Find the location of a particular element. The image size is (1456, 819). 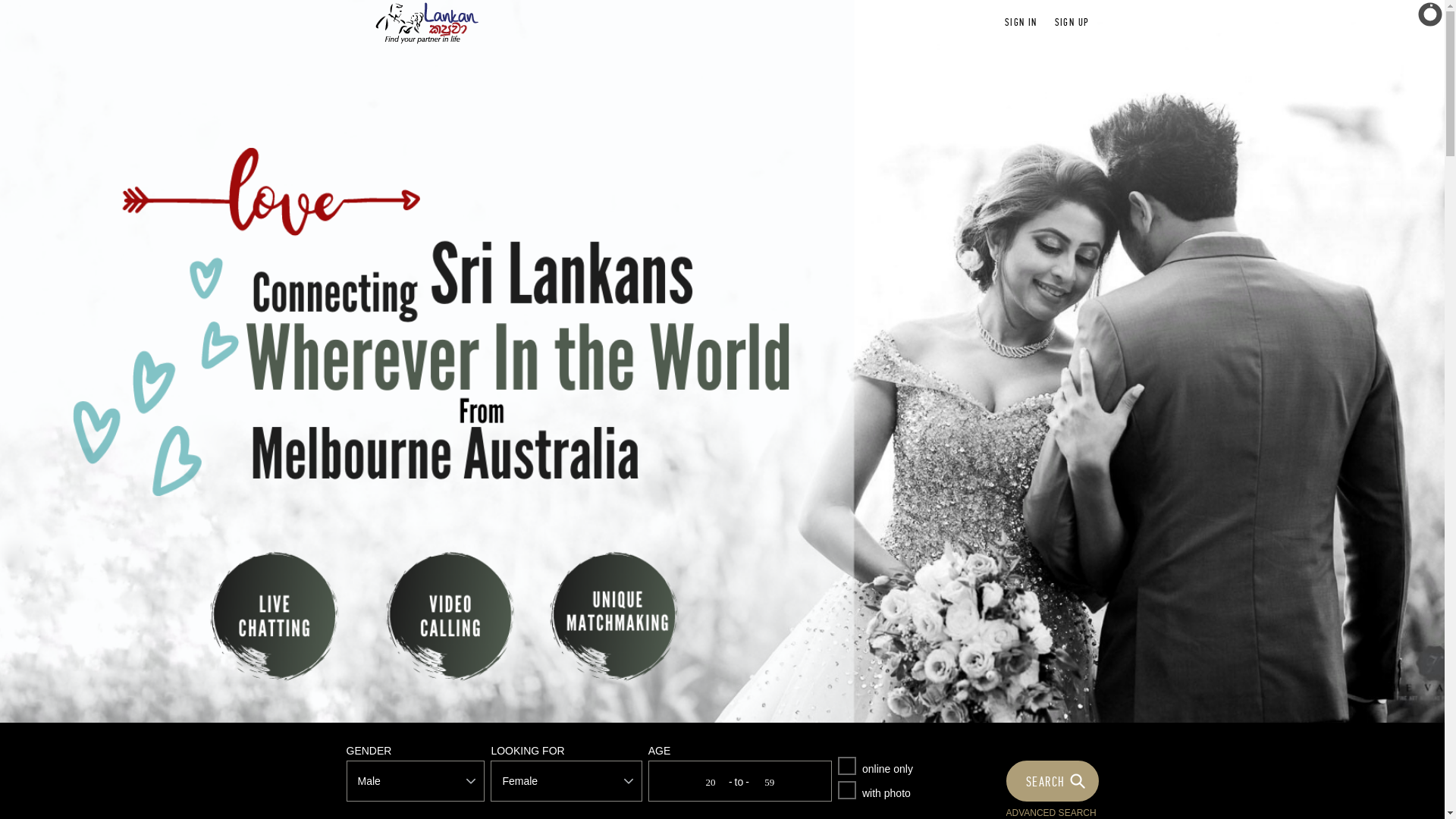

'ADVANCED SEARCH' is located at coordinates (1005, 812).